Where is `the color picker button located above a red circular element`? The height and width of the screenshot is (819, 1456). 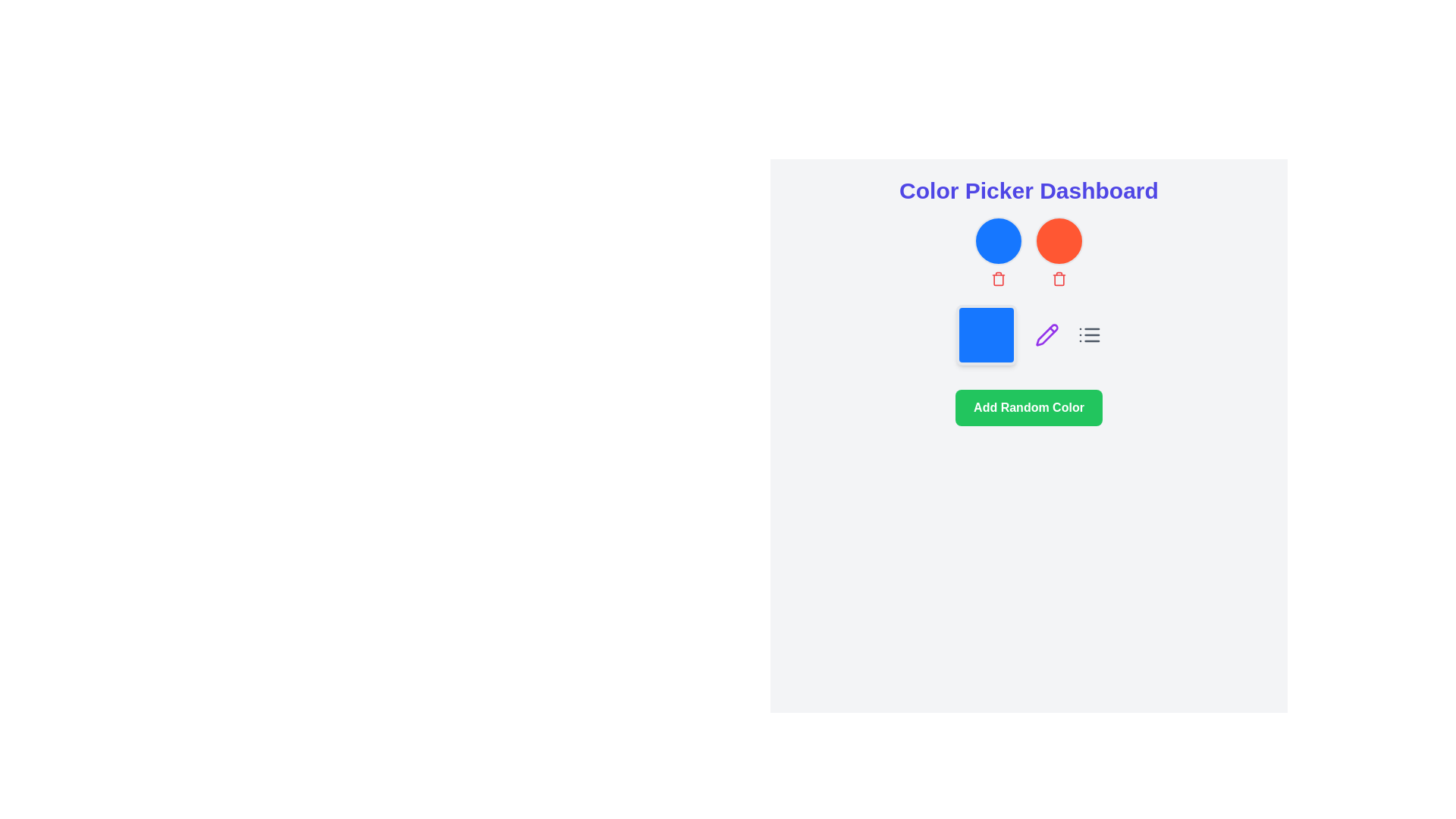
the color picker button located above a red circular element is located at coordinates (998, 240).